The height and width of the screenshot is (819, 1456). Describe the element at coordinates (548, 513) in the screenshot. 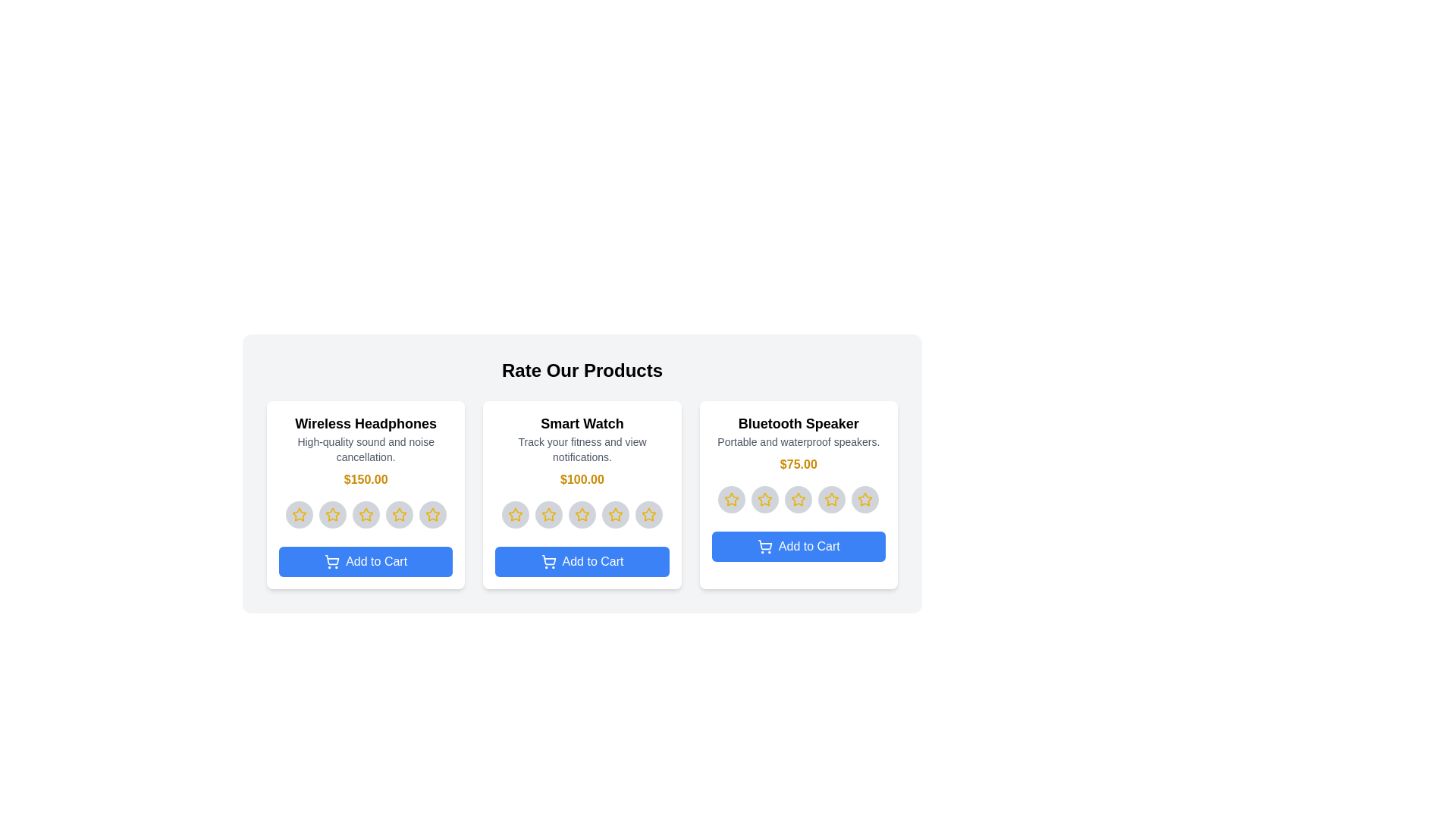

I see `the star corresponding to 2 for the product 'Smart Watch'` at that location.